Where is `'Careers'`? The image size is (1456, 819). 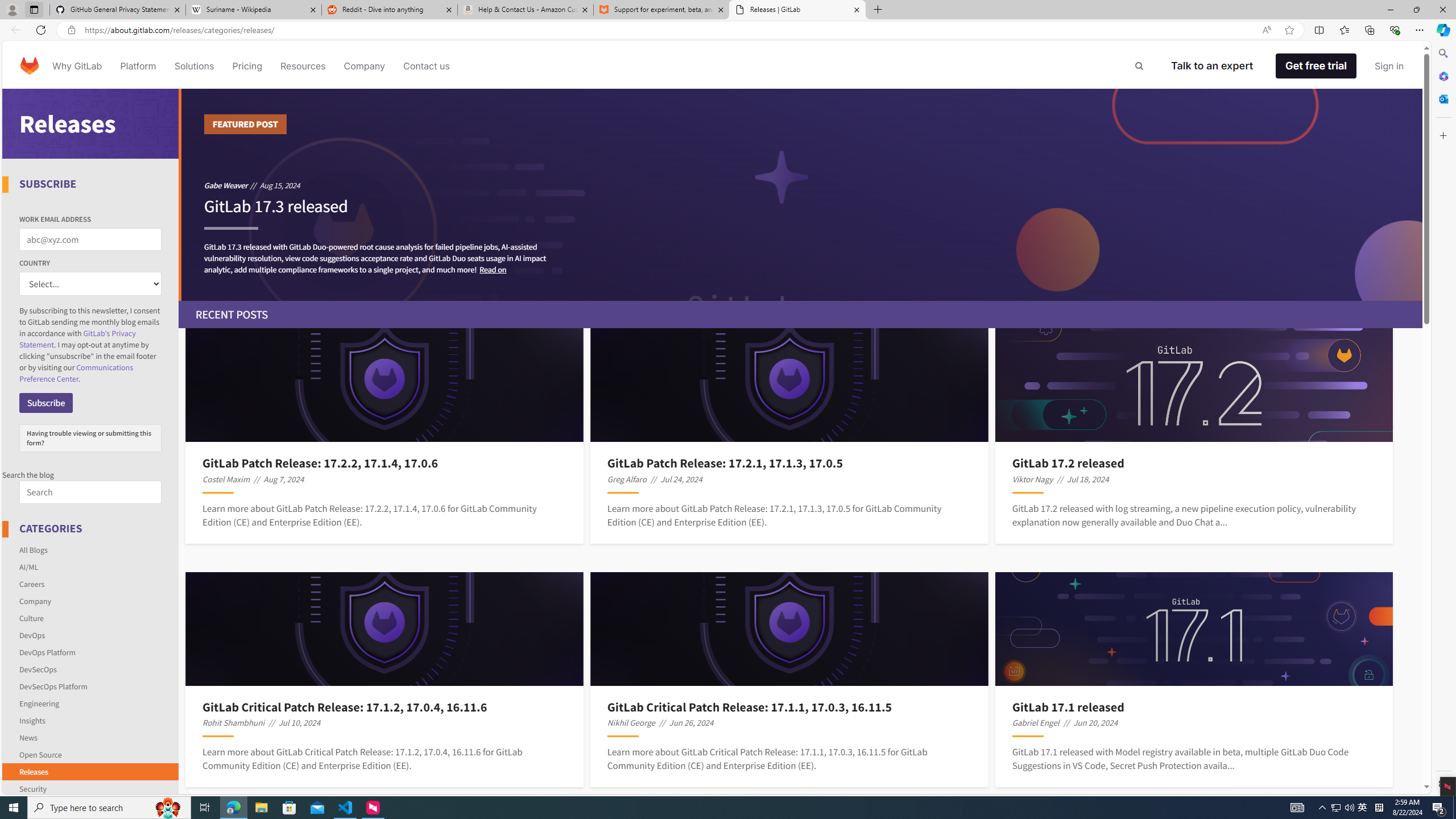 'Careers' is located at coordinates (90, 584).